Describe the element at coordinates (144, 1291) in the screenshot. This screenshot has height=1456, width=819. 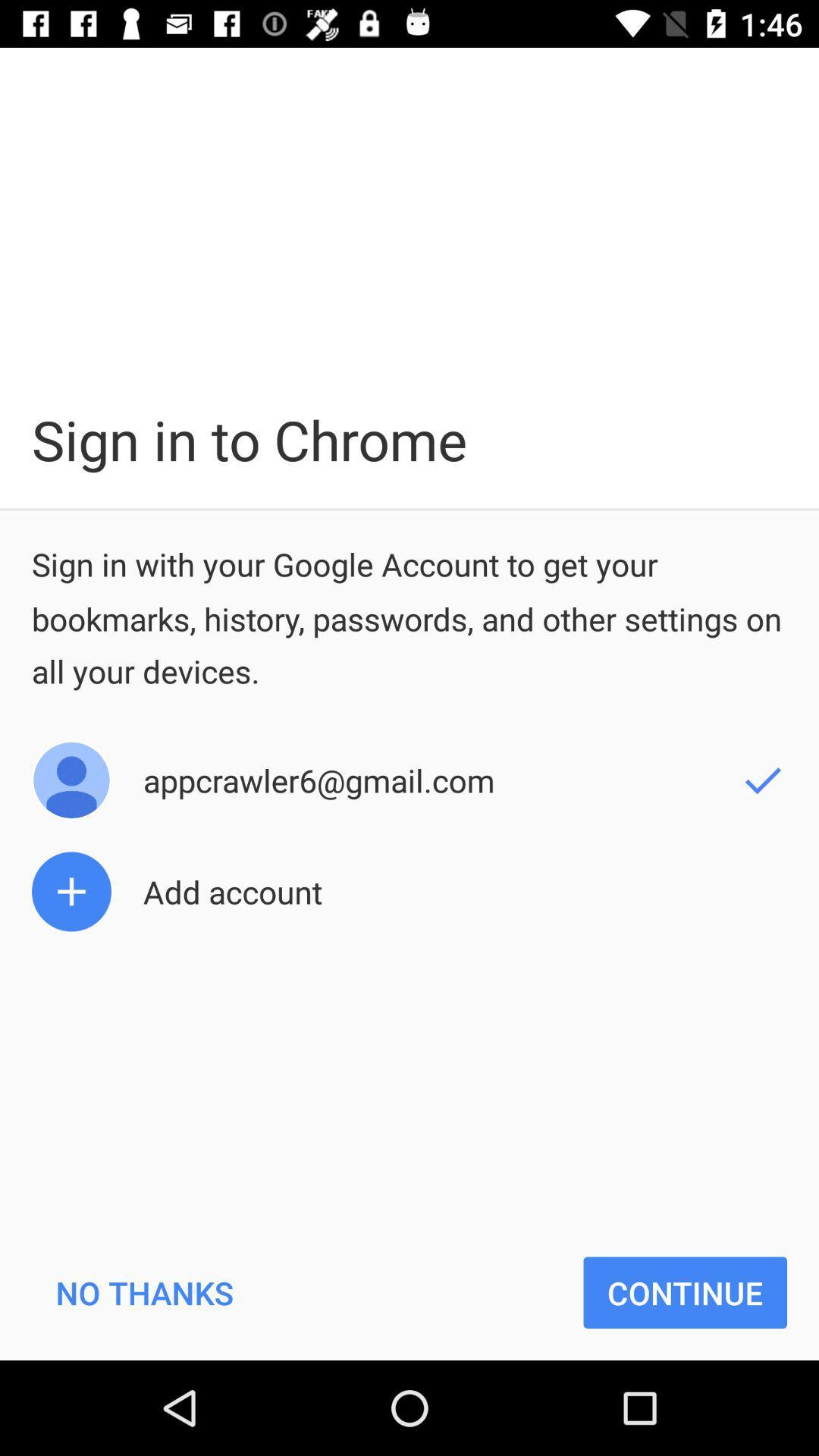
I see `item to the left of continue icon` at that location.